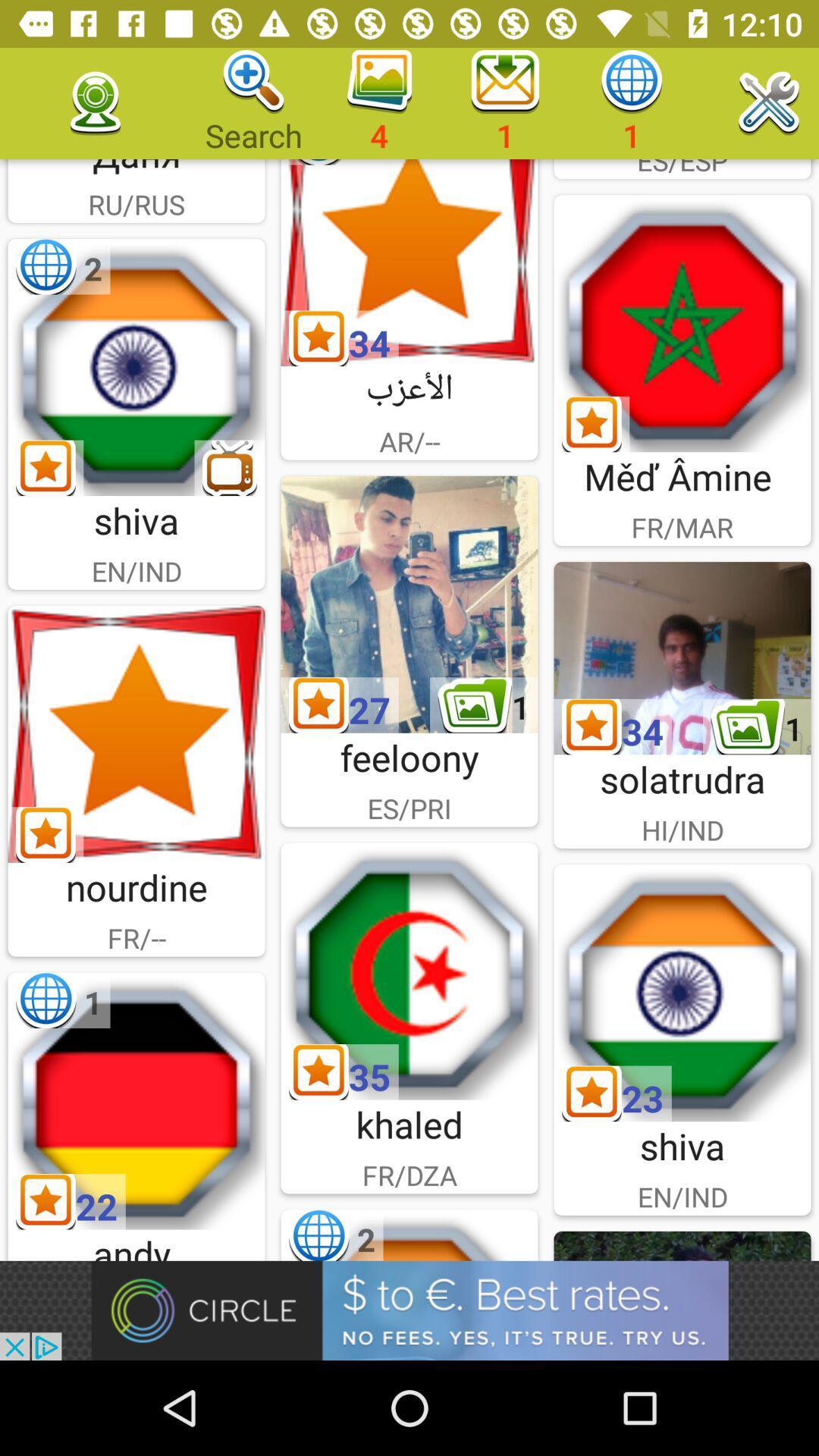 The width and height of the screenshot is (819, 1456). I want to click on open app page, so click(136, 367).